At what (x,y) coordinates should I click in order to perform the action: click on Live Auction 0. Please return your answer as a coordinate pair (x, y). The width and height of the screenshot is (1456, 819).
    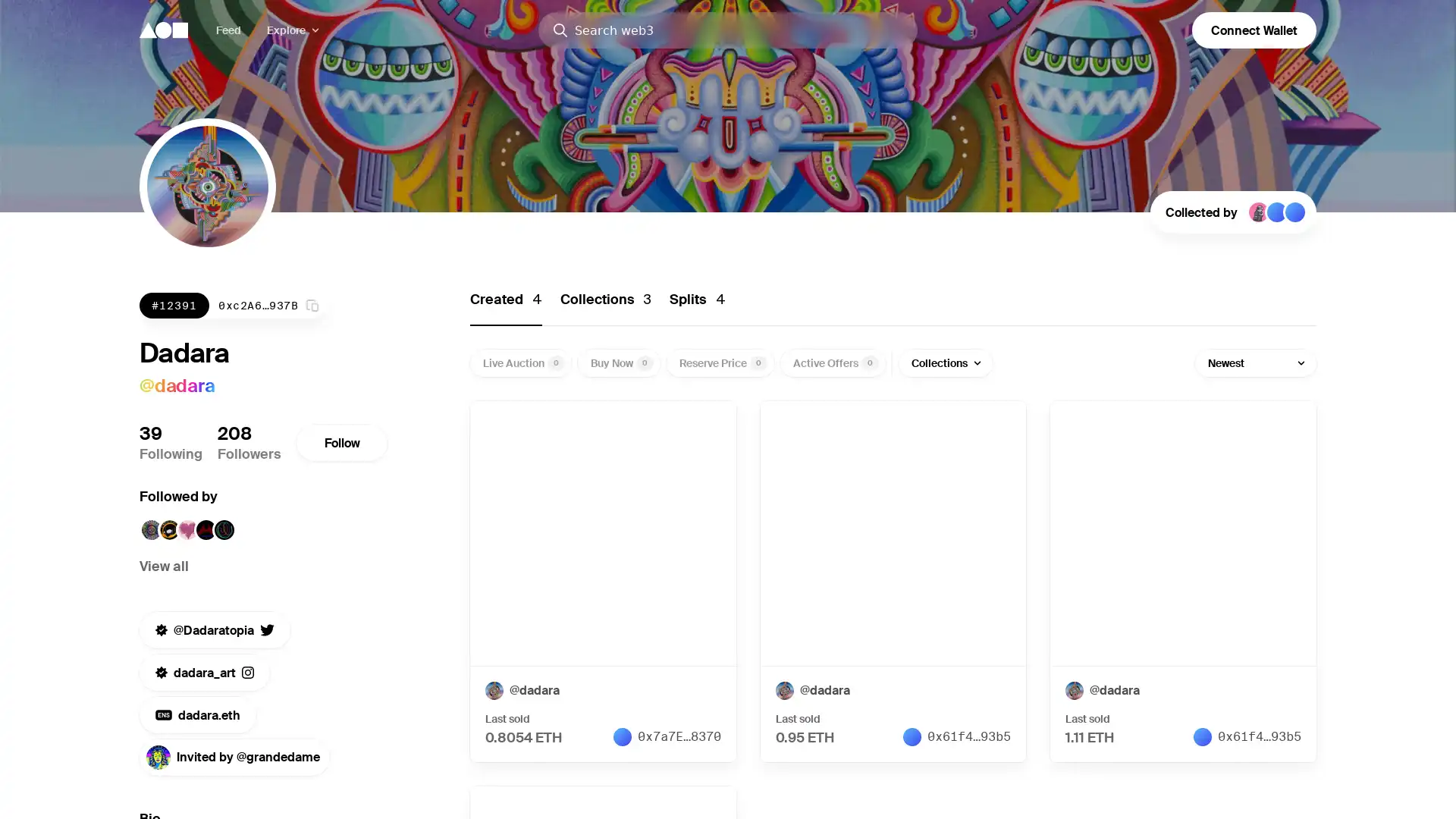
    Looking at the image, I should click on (520, 362).